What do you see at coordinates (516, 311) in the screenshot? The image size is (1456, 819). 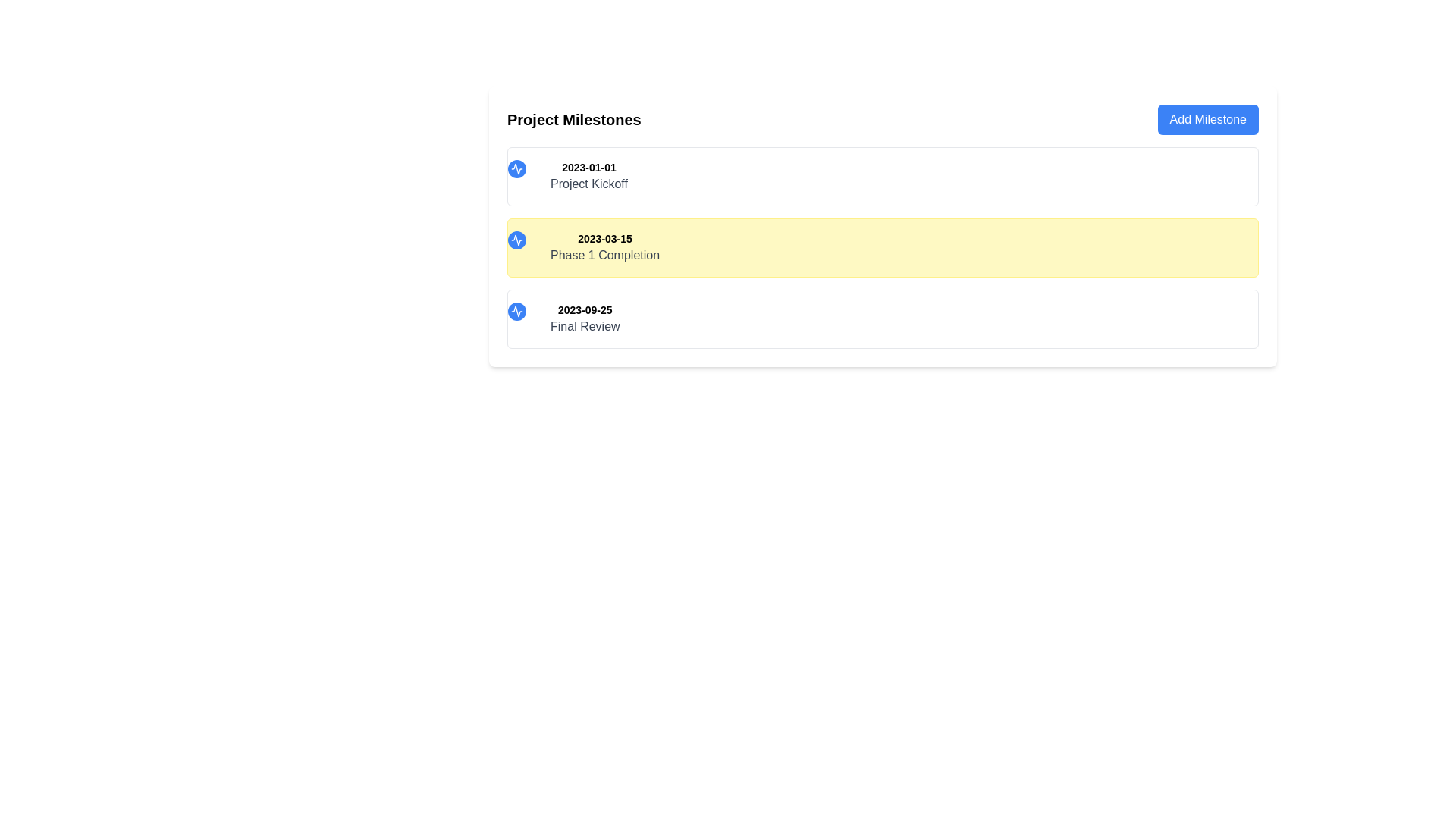 I see `the milestone icon representing the 'Final Review' entry, located to the left of the '2023-09-25' date text` at bounding box center [516, 311].